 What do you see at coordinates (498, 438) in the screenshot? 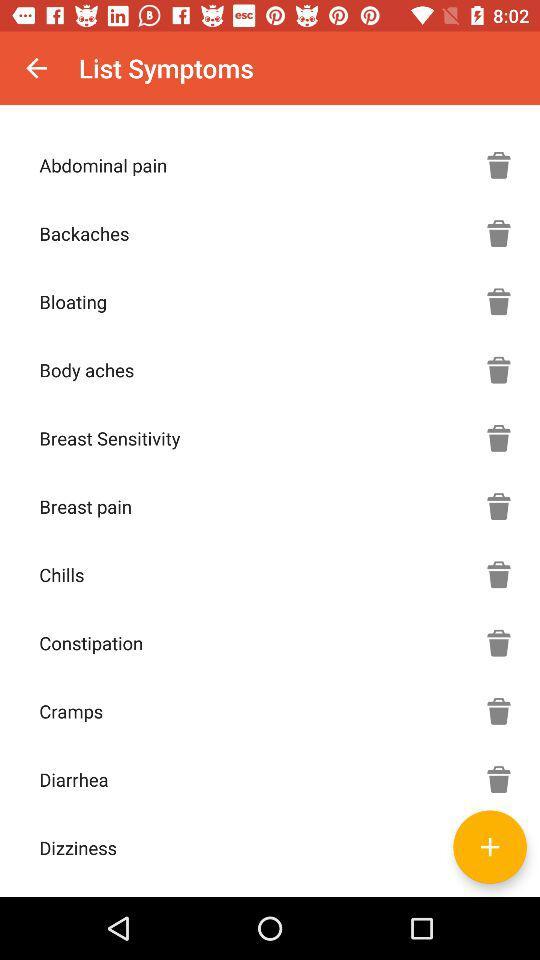
I see `delete option` at bounding box center [498, 438].